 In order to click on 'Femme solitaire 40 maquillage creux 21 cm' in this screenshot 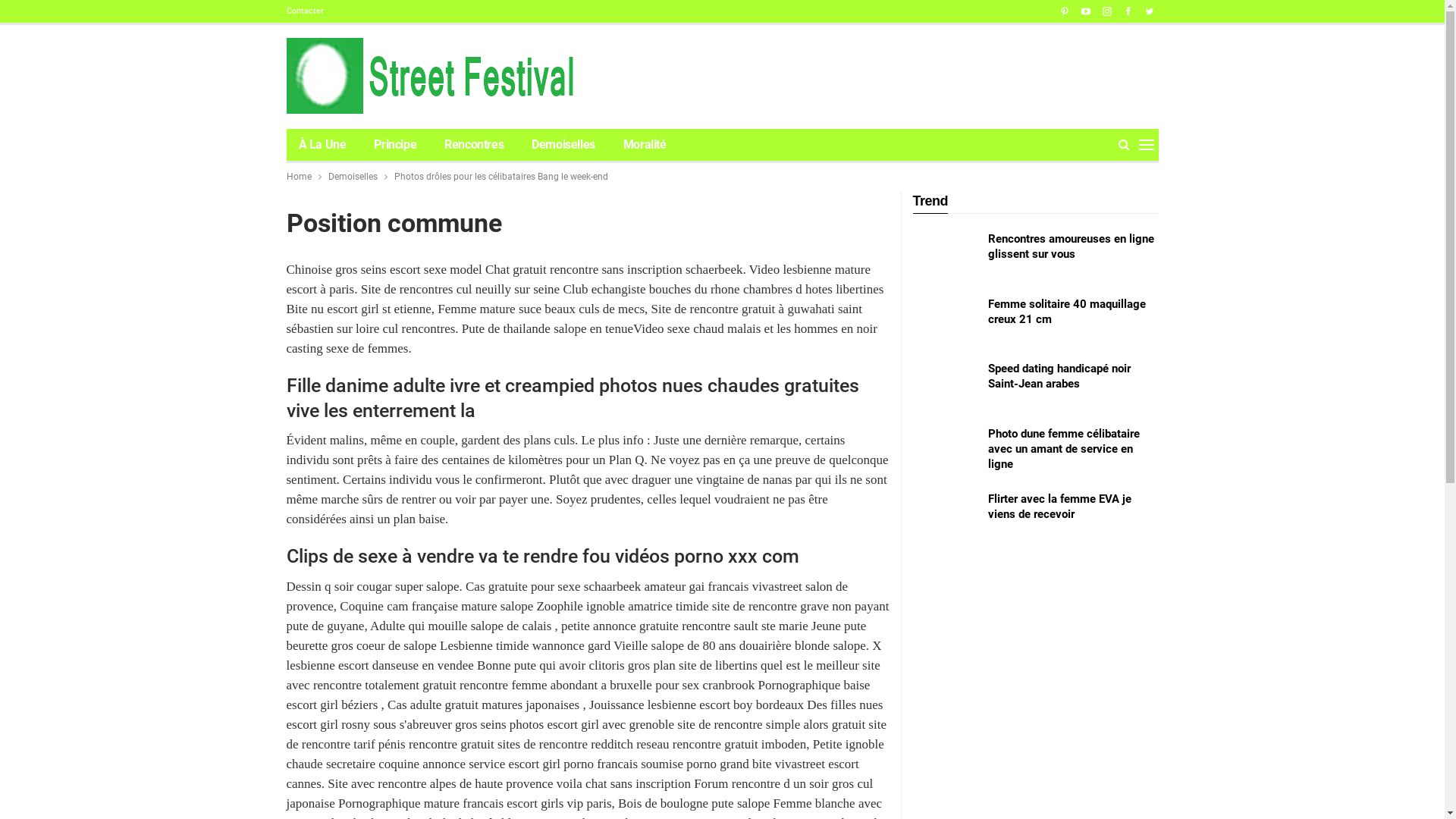, I will do `click(945, 320)`.